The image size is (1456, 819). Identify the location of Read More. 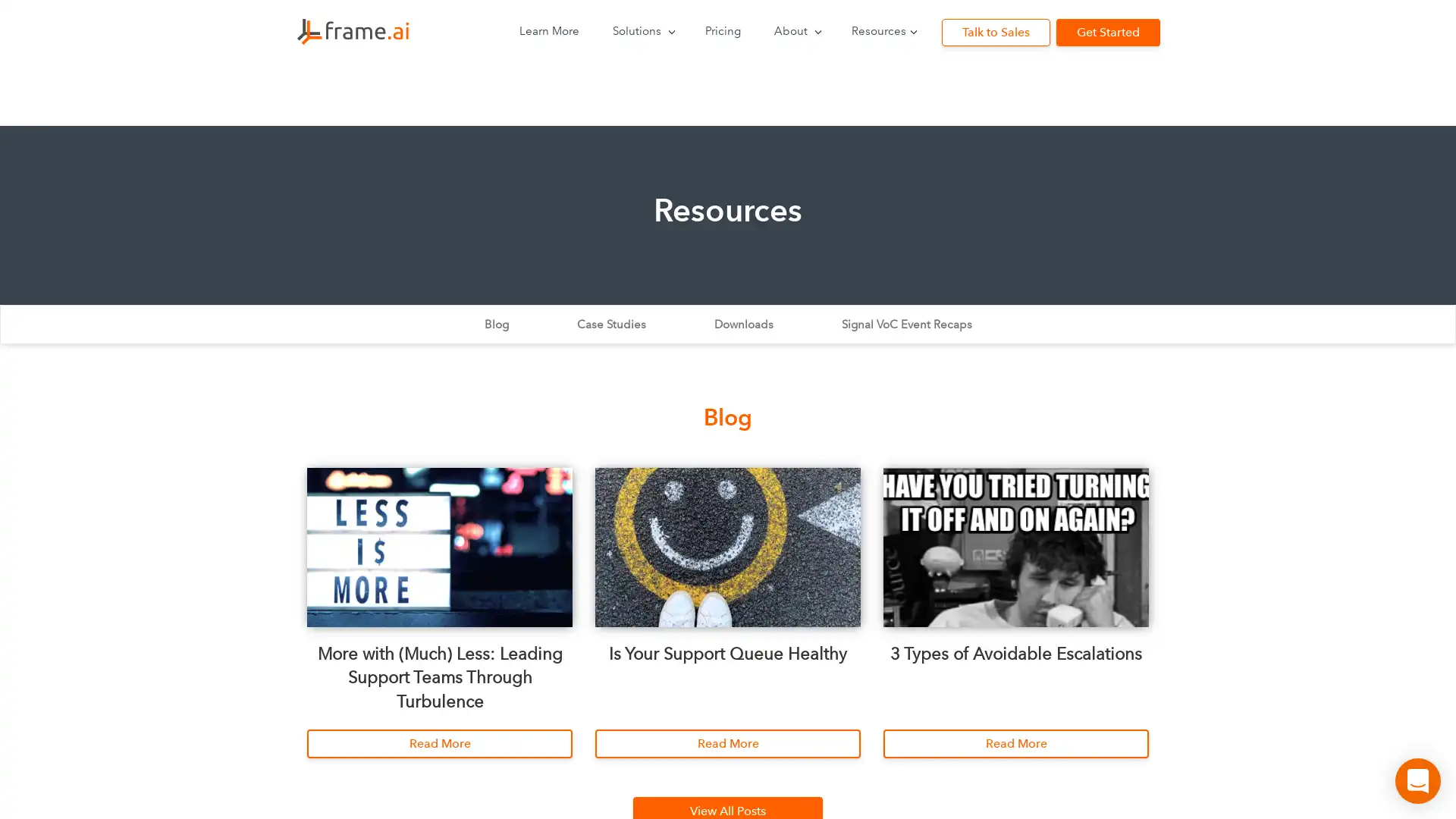
(1015, 742).